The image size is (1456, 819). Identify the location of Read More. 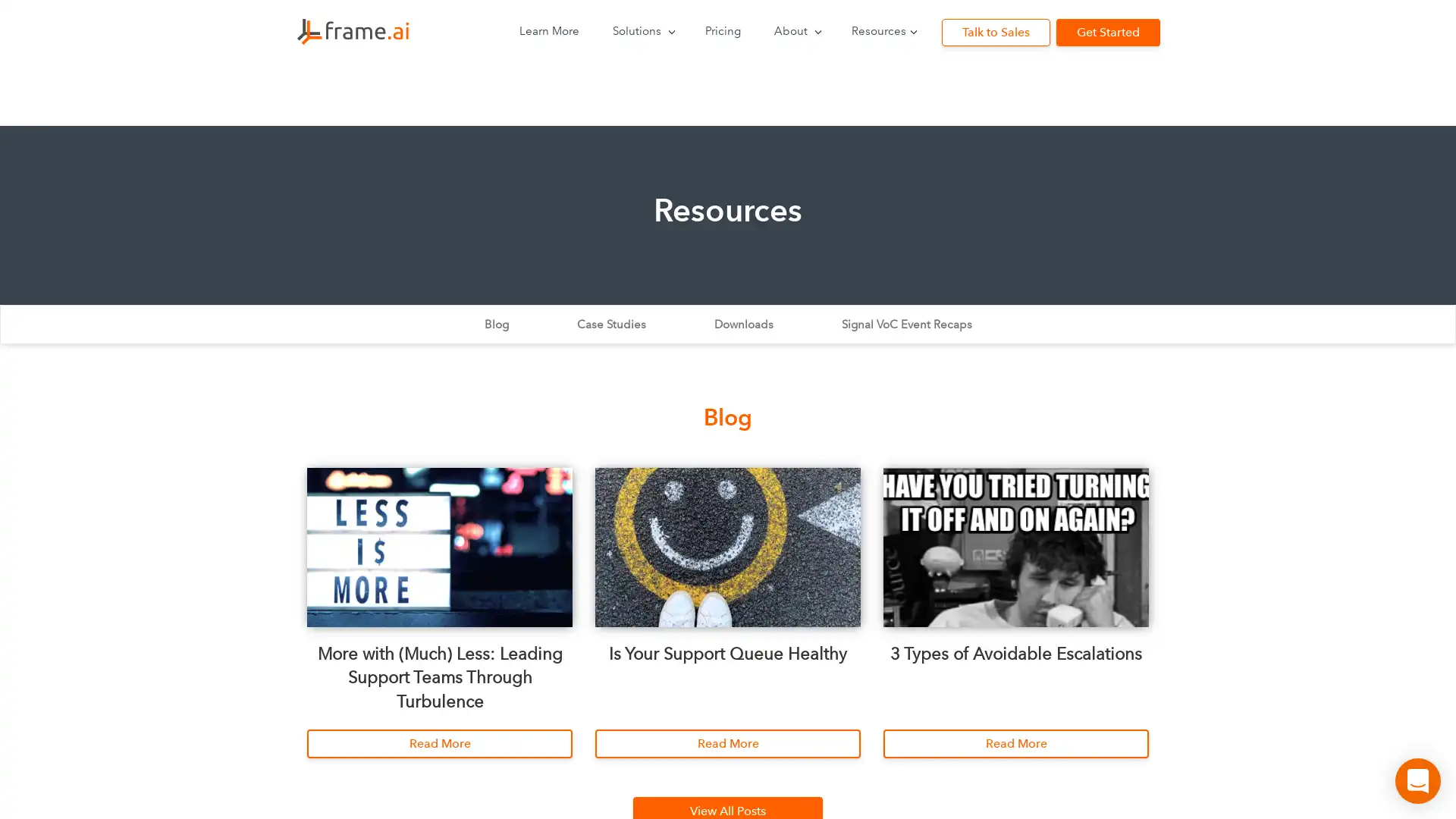
(1015, 742).